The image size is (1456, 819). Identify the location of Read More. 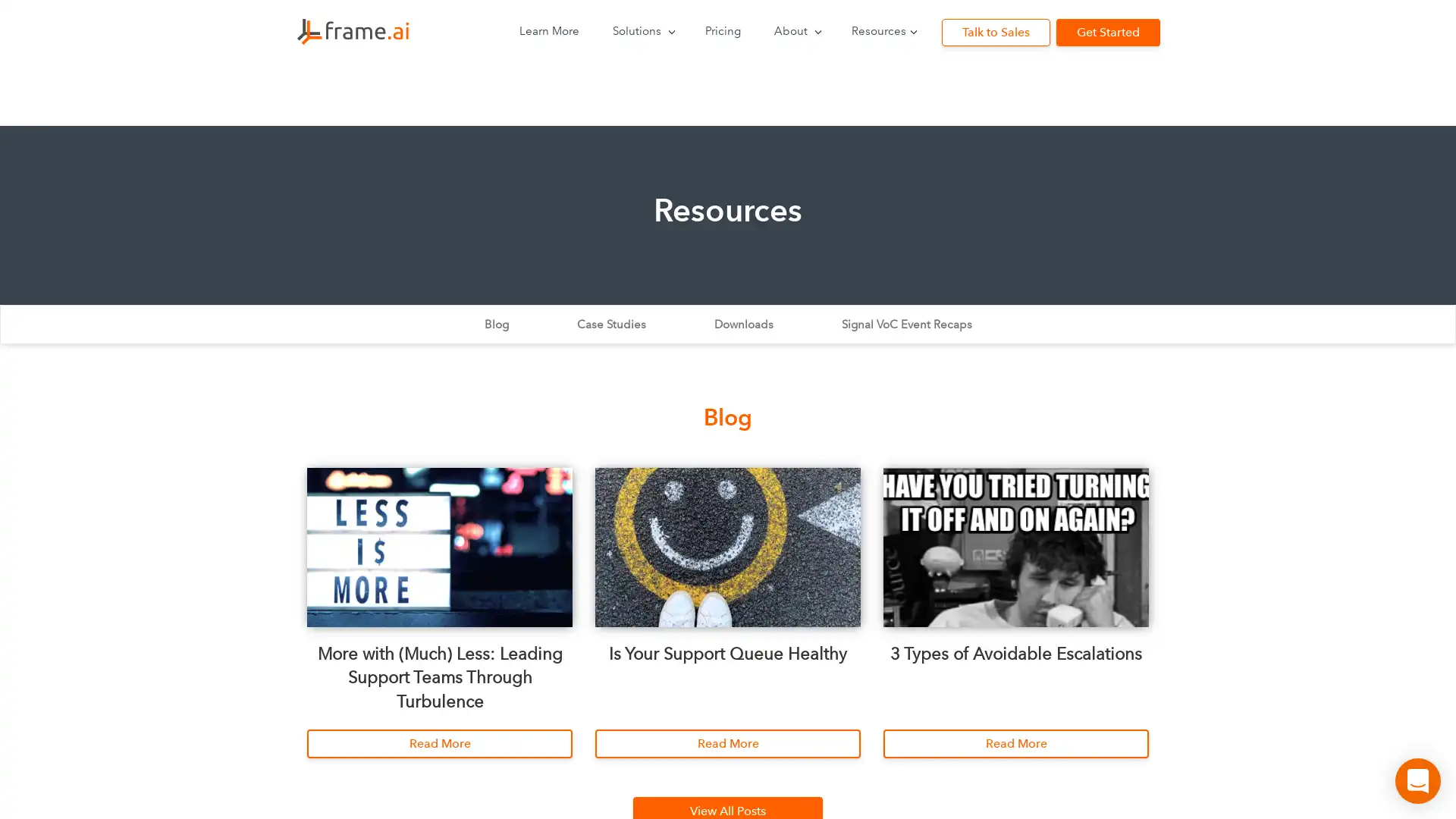
(1015, 742).